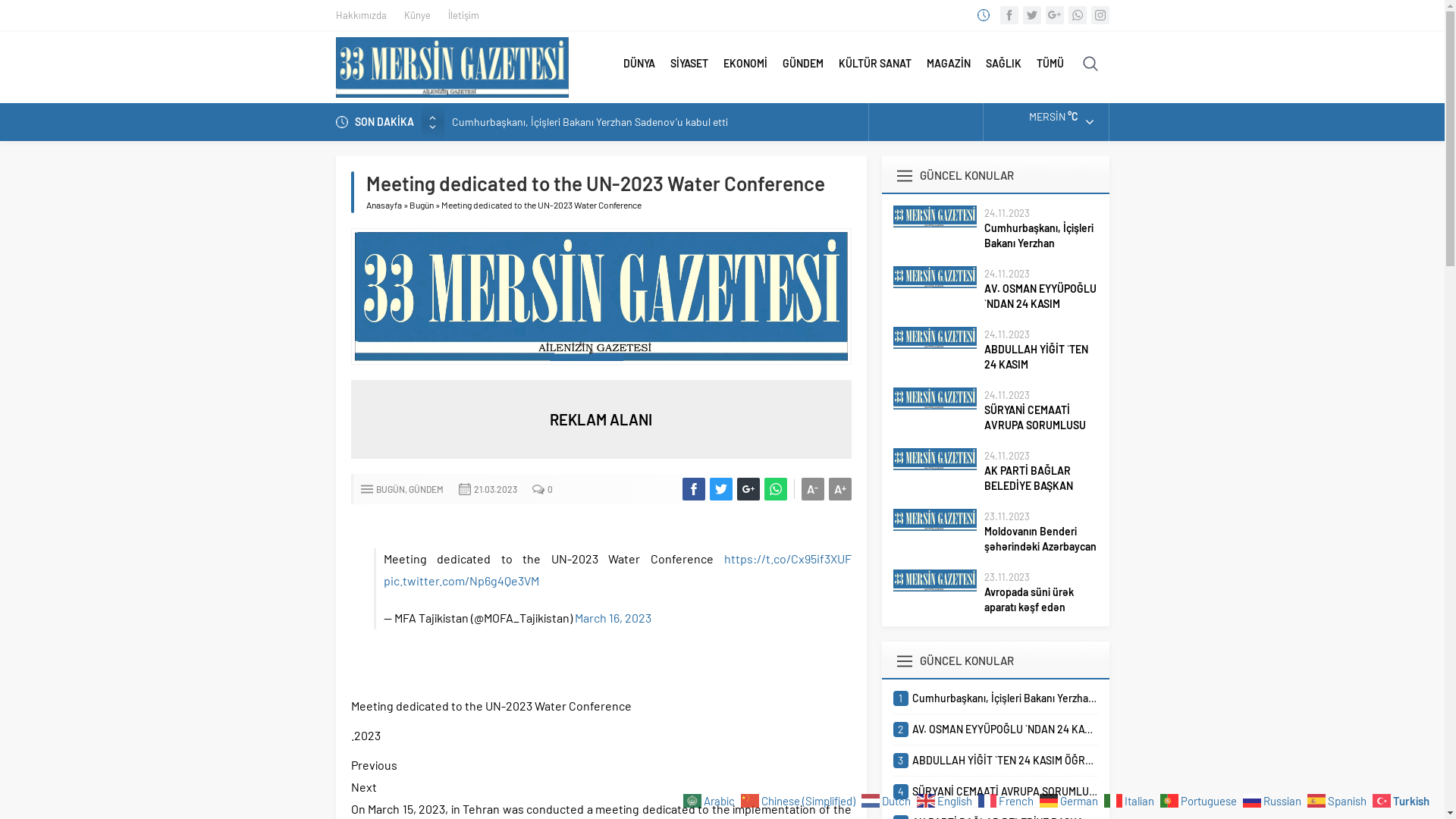  Describe the element at coordinates (1076, 14) in the screenshot. I see `'Whatsapp'` at that location.